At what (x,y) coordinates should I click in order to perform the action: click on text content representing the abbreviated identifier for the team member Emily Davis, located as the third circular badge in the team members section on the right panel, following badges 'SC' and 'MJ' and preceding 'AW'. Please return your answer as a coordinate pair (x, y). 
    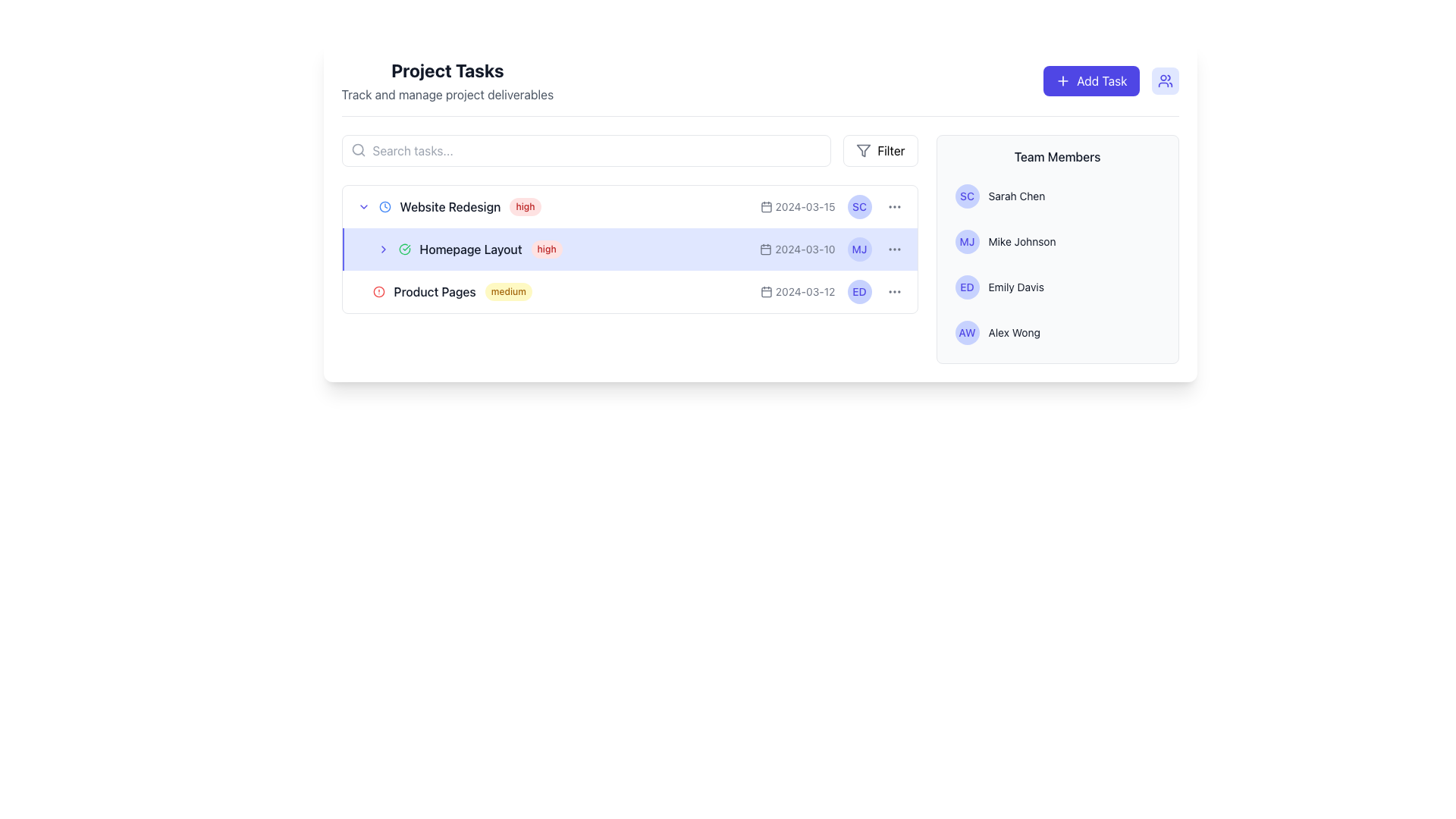
    Looking at the image, I should click on (859, 292).